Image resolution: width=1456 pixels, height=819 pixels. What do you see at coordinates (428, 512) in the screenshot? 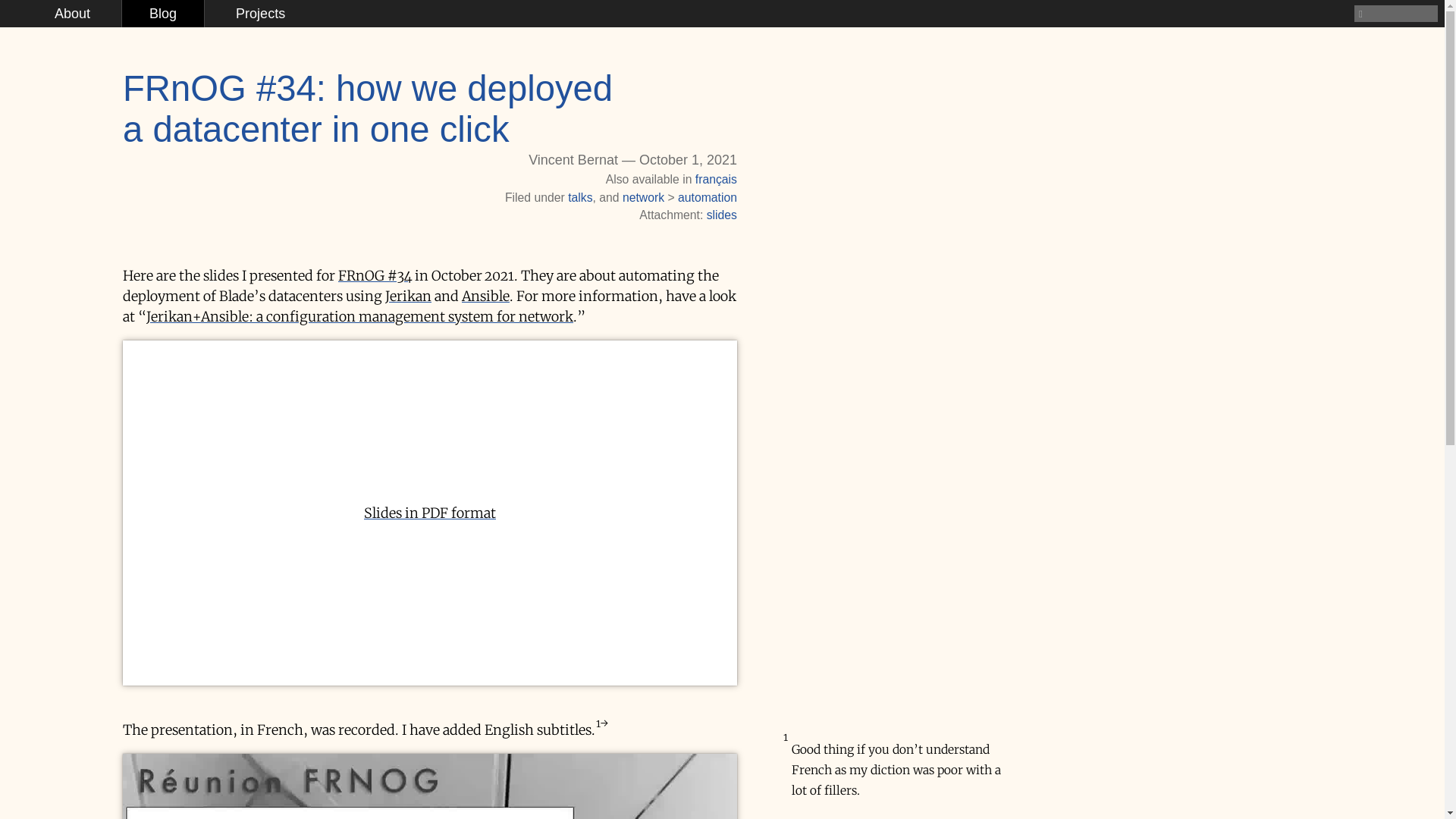
I see `'Slides in PDF format'` at bounding box center [428, 512].